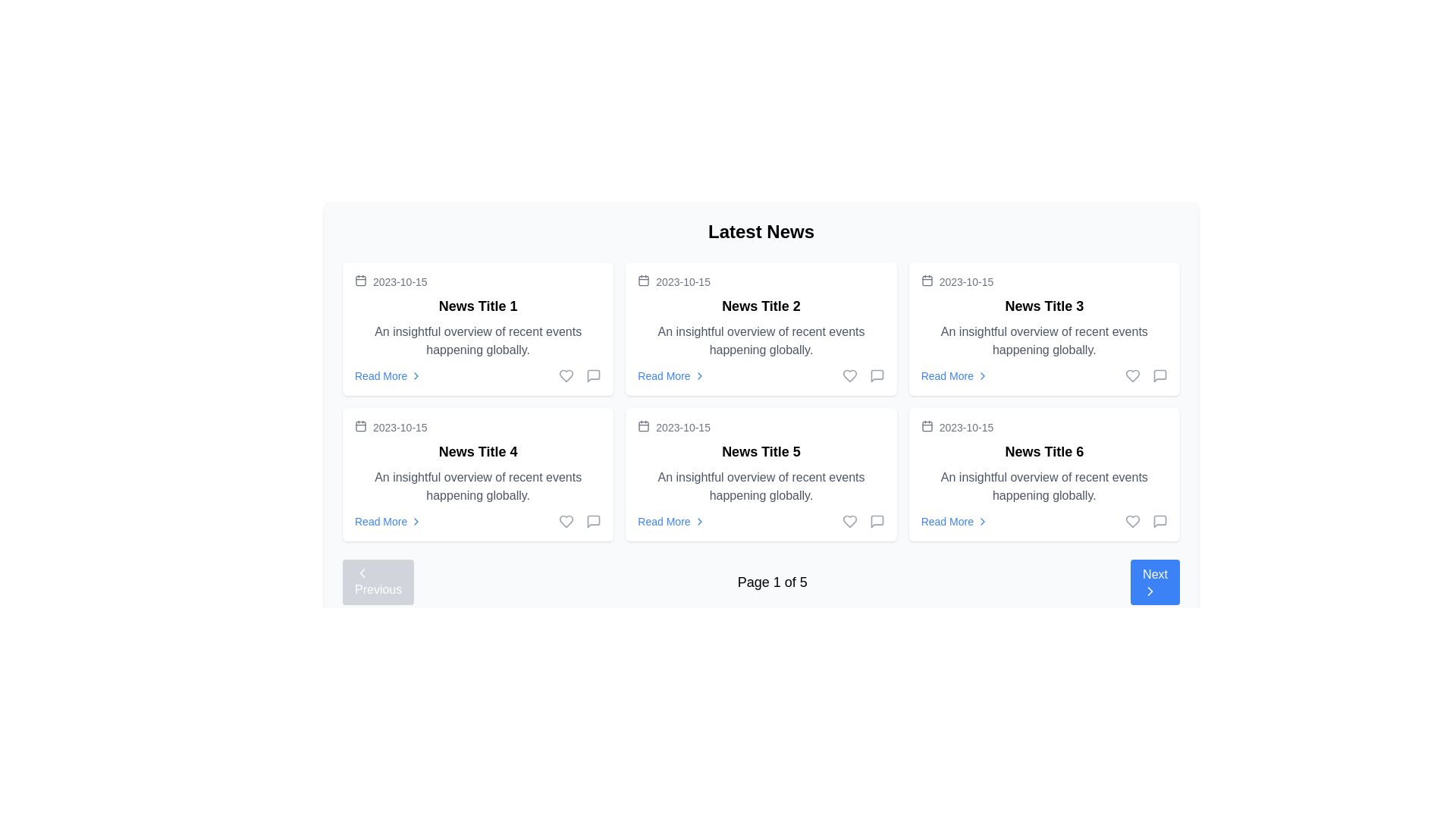 The image size is (1456, 819). Describe the element at coordinates (926, 281) in the screenshot. I see `the calendar icon with a box outline located in the top-left section of the card labeled 'News Title 3', which also includes the date '2023-10-15'` at that location.